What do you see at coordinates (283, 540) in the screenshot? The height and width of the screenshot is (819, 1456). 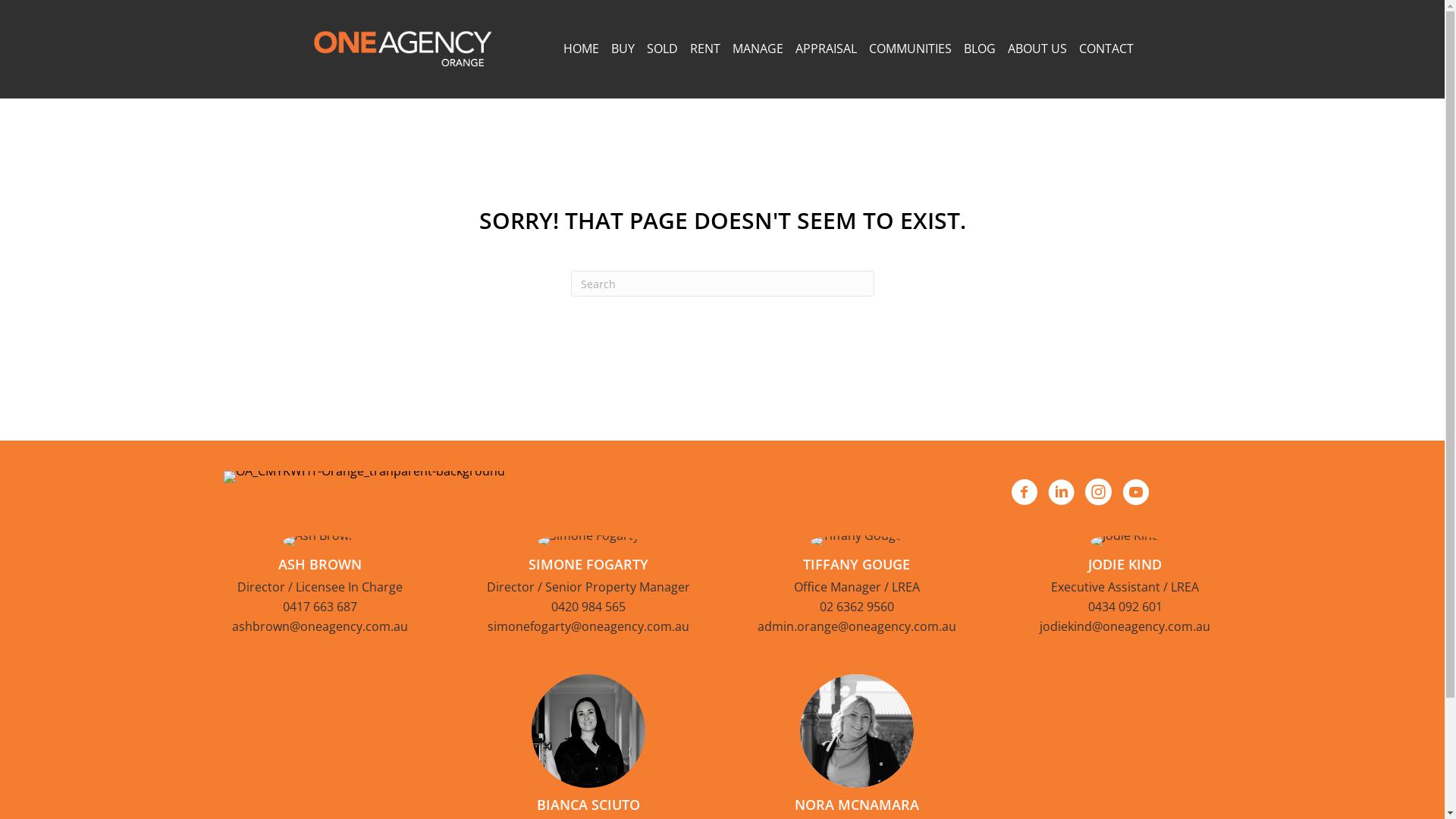 I see `'ash-brown'` at bounding box center [283, 540].